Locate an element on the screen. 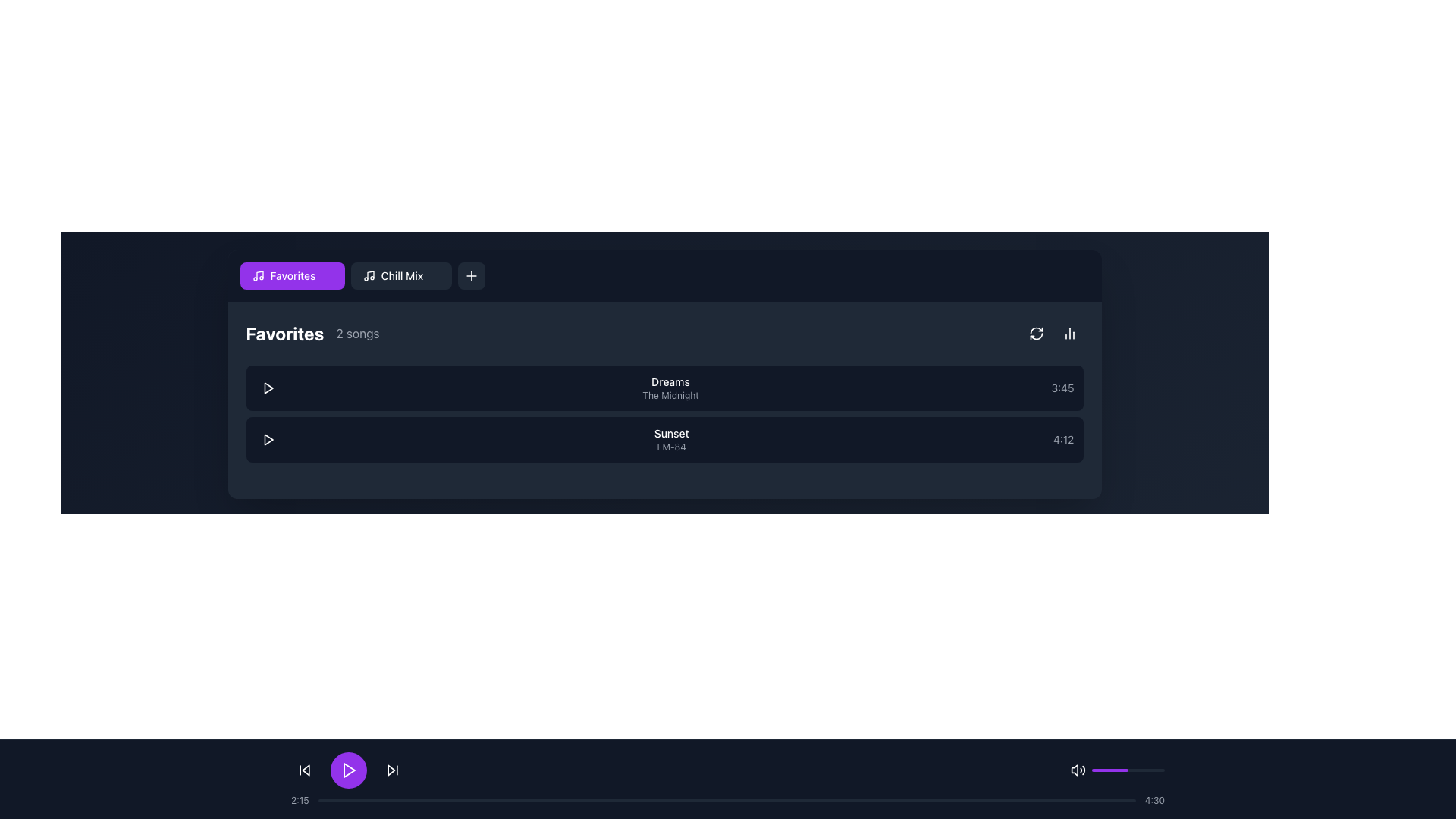  the volume slider is located at coordinates (1142, 770).